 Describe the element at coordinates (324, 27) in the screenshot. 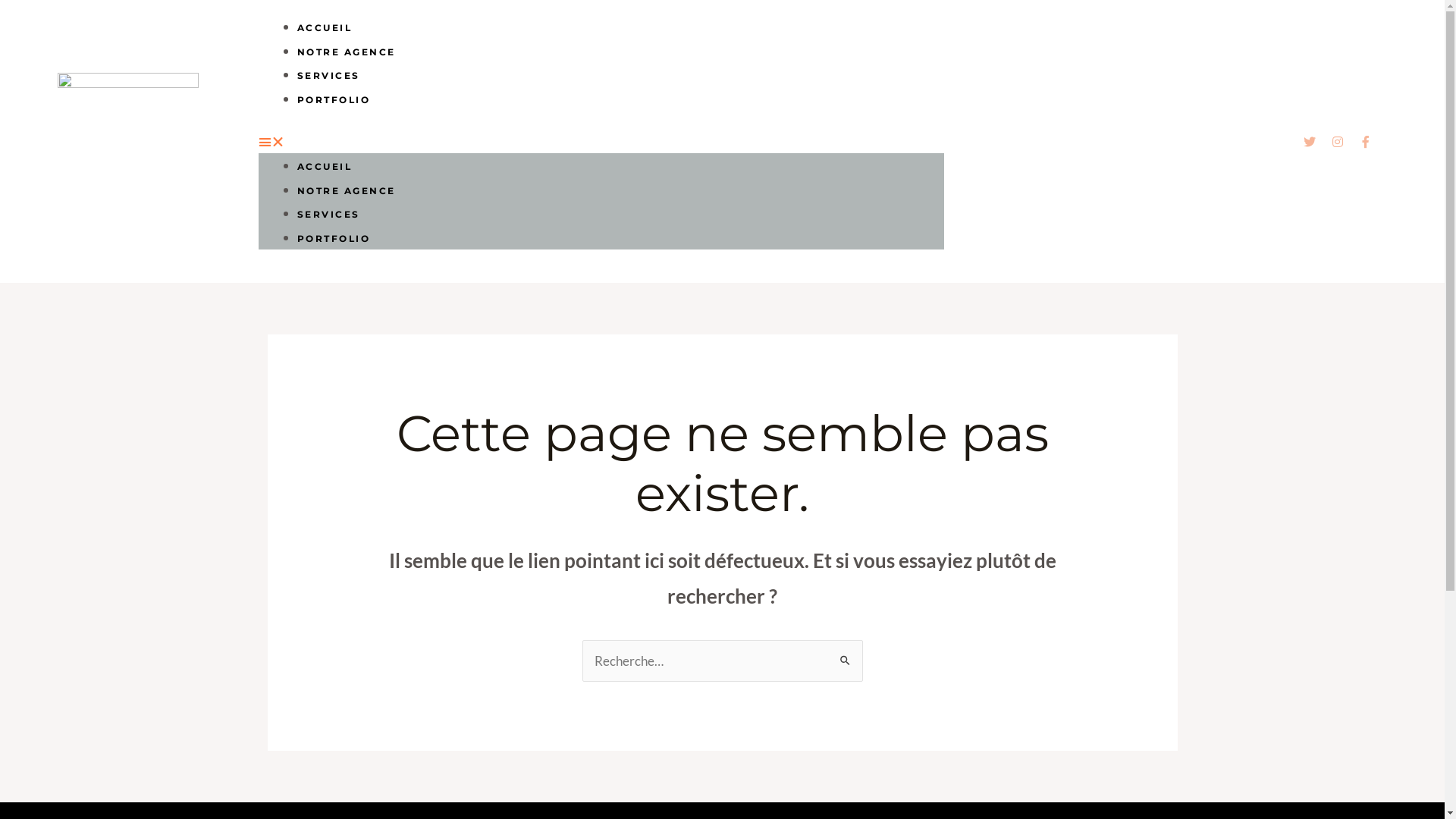

I see `'ACCUEIL'` at that location.